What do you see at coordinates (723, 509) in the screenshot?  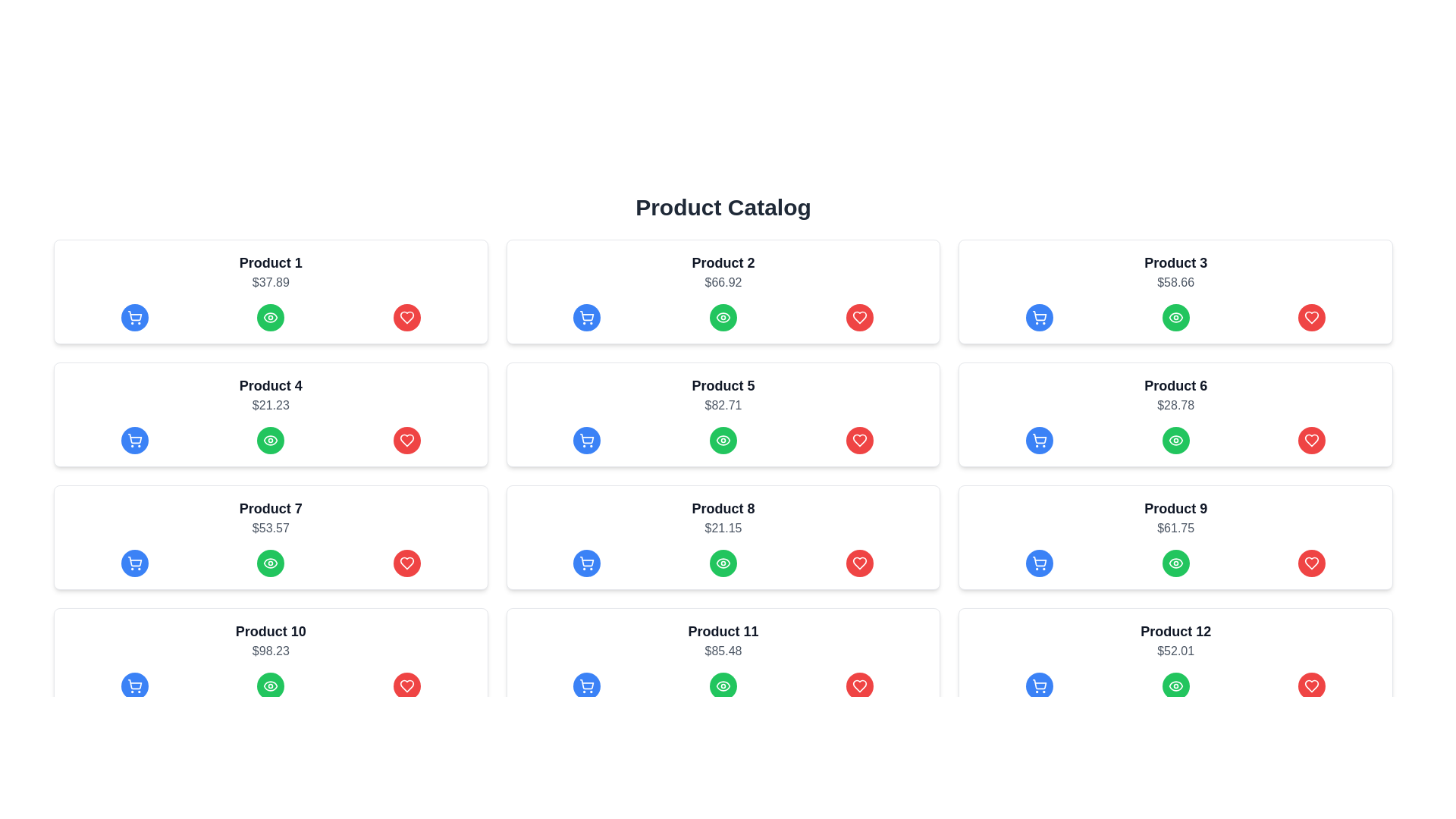 I see `text content of the Text Label displaying 'Product 8' and '$21.15', which is located at the top-center of the card in the second column of the third row` at bounding box center [723, 509].